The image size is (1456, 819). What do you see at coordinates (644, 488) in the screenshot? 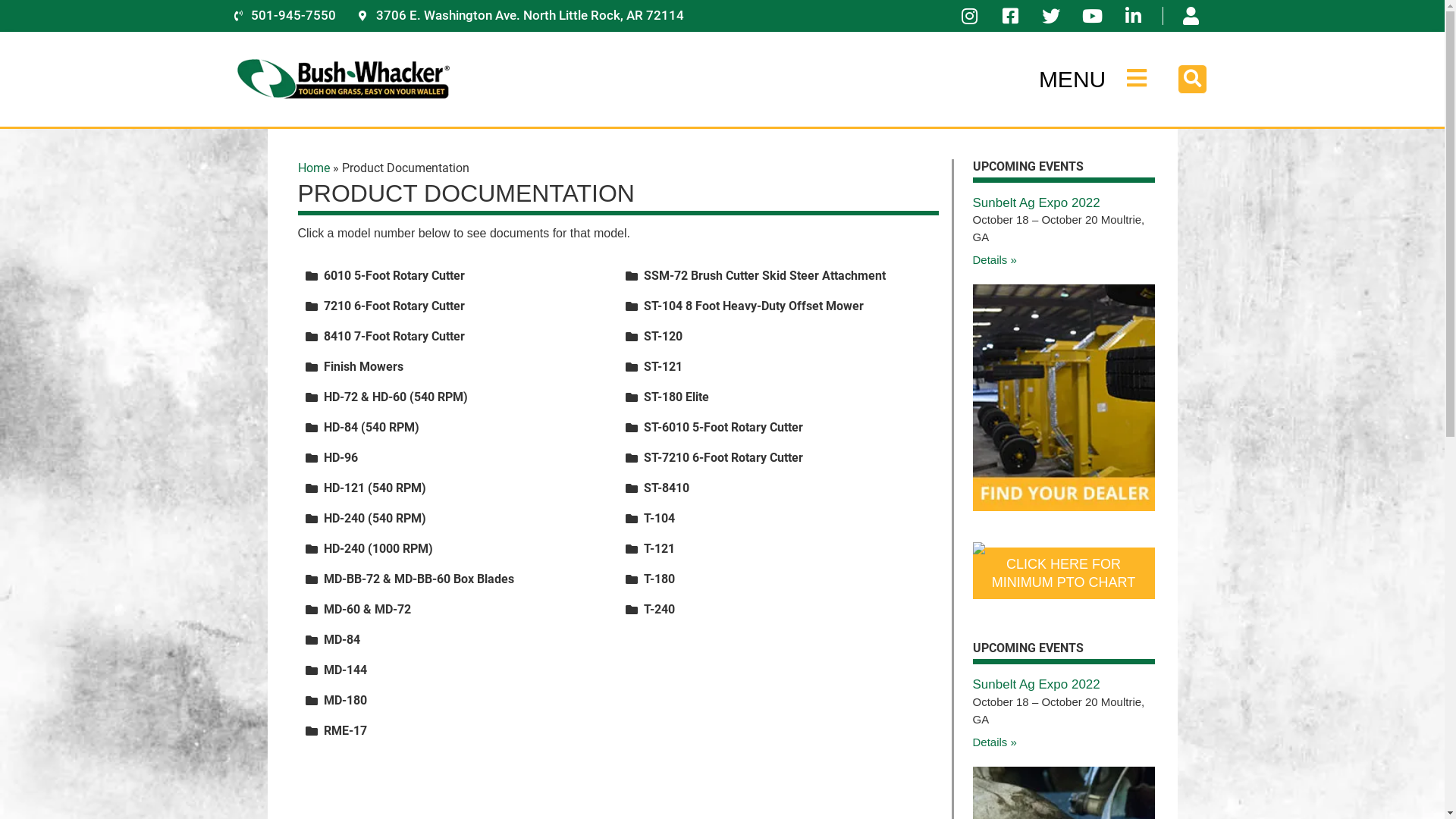
I see `'ST-8410'` at bounding box center [644, 488].